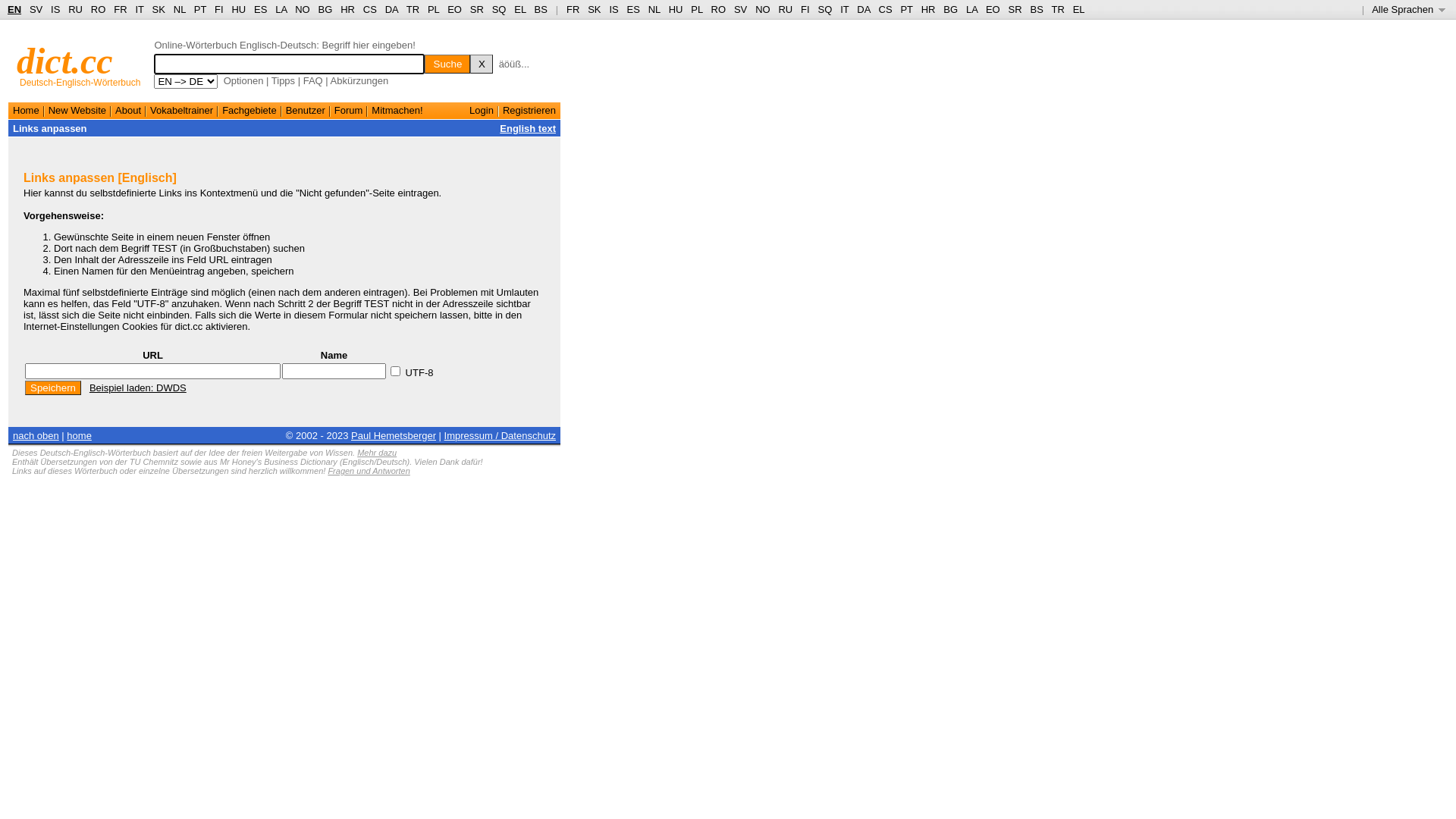 The image size is (1456, 819). Describe the element at coordinates (942, 9) in the screenshot. I see `'BG'` at that location.